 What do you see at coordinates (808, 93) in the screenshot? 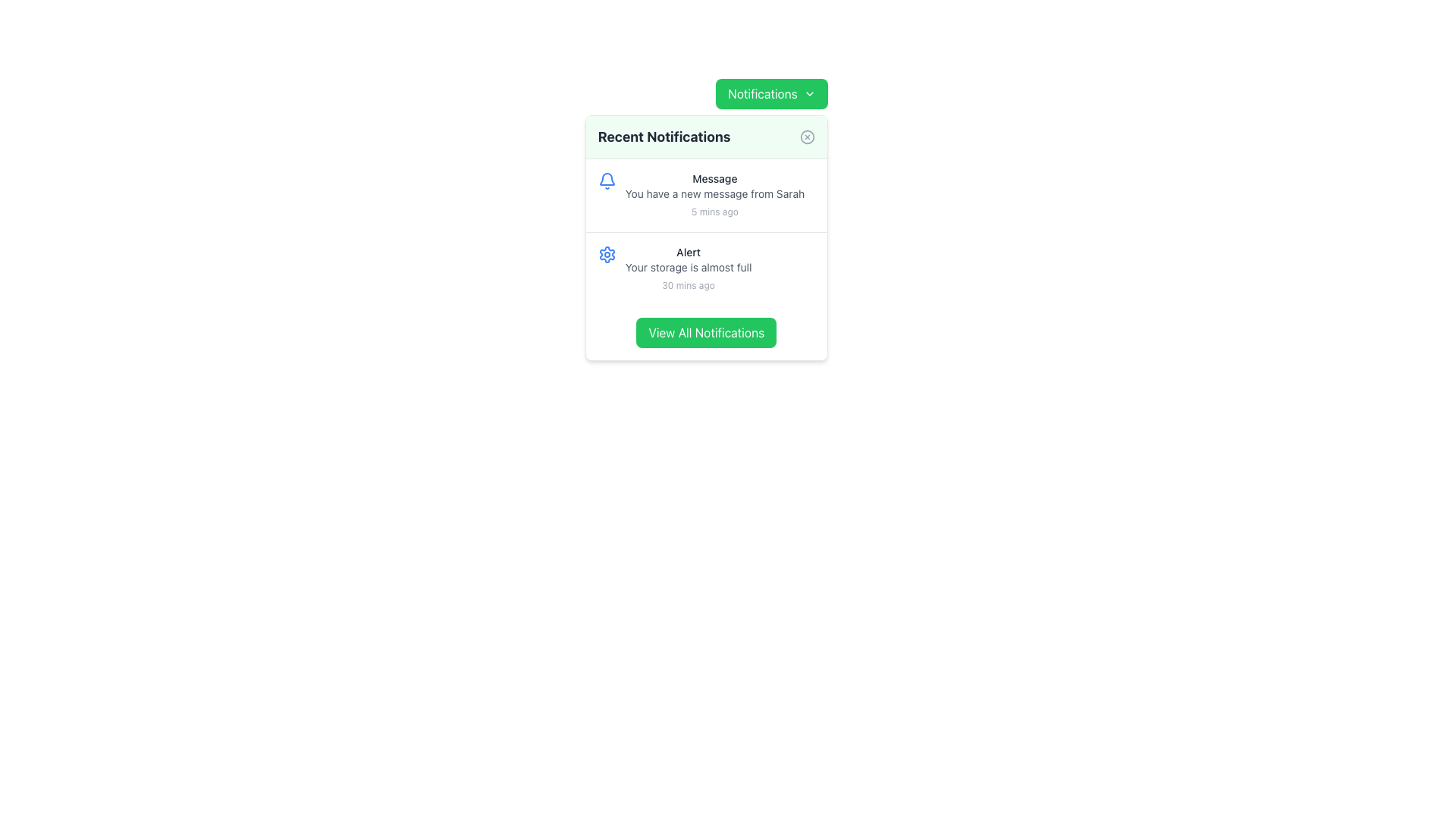
I see `the downward-facing chevron icon located next to the 'Notifications' text on the green button` at bounding box center [808, 93].